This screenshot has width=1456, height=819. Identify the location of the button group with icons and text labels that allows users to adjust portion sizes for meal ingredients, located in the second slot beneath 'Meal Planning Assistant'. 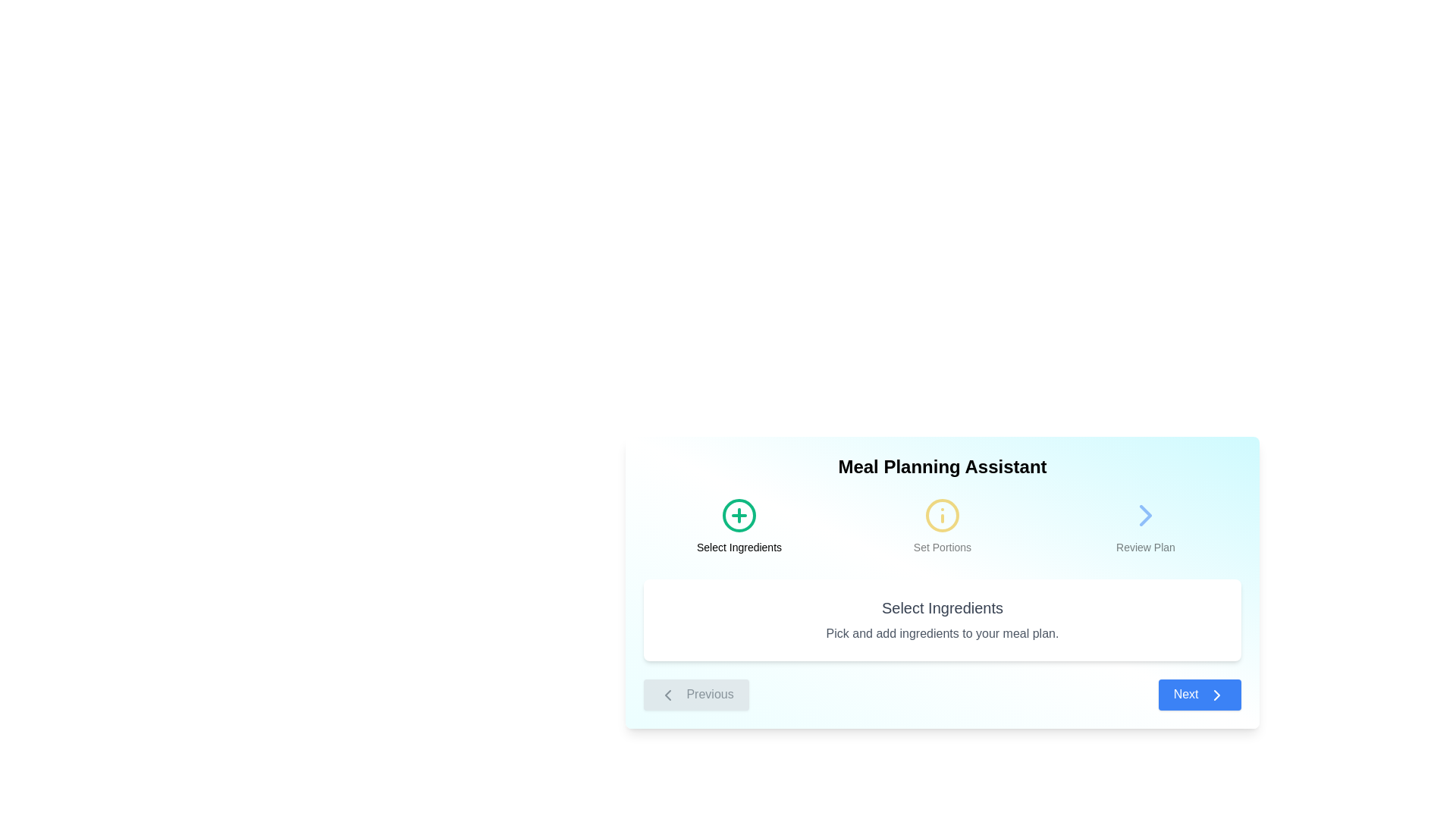
(942, 526).